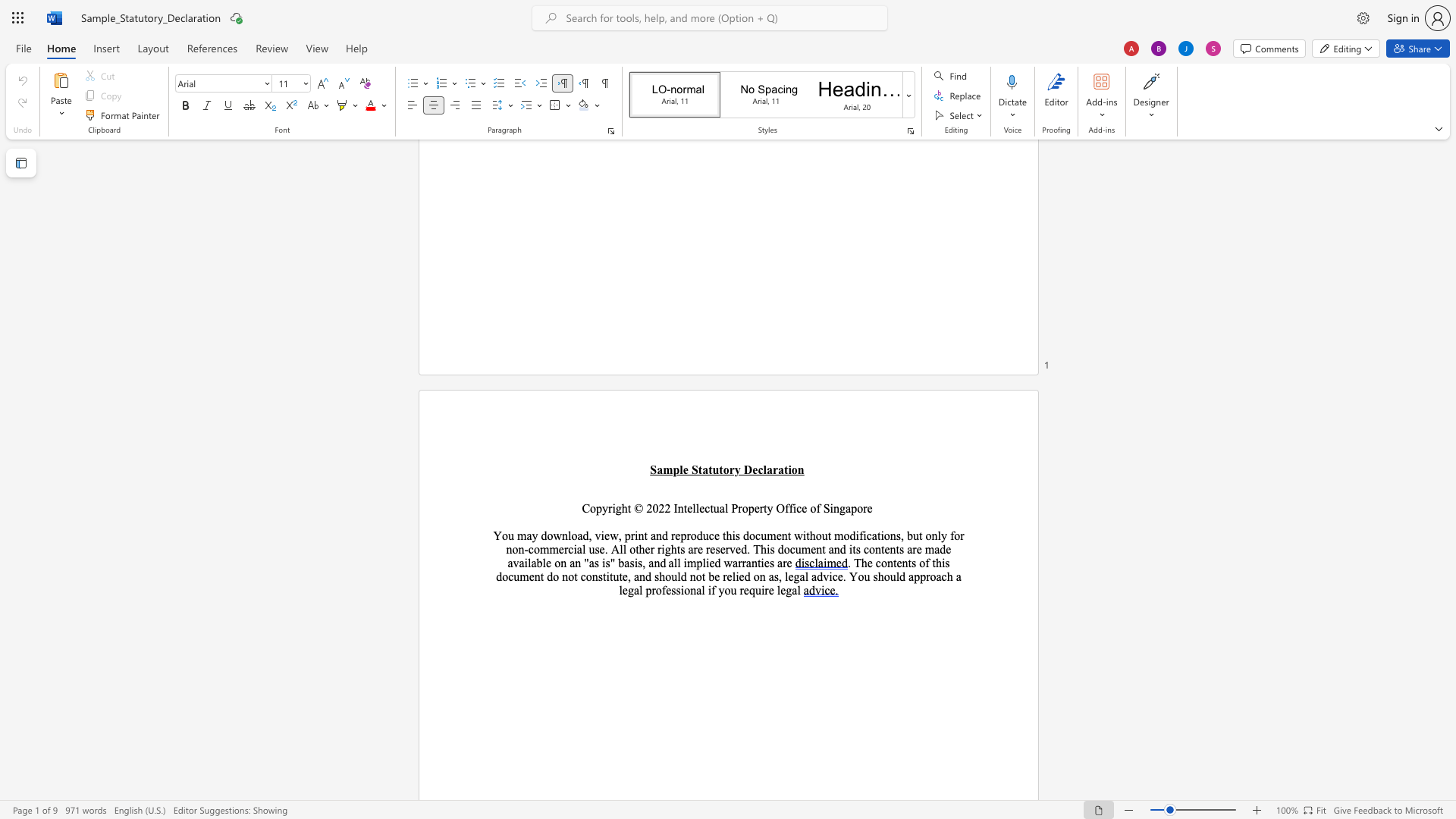 The width and height of the screenshot is (1456, 819). I want to click on the 2th character "f" in the text, so click(790, 508).